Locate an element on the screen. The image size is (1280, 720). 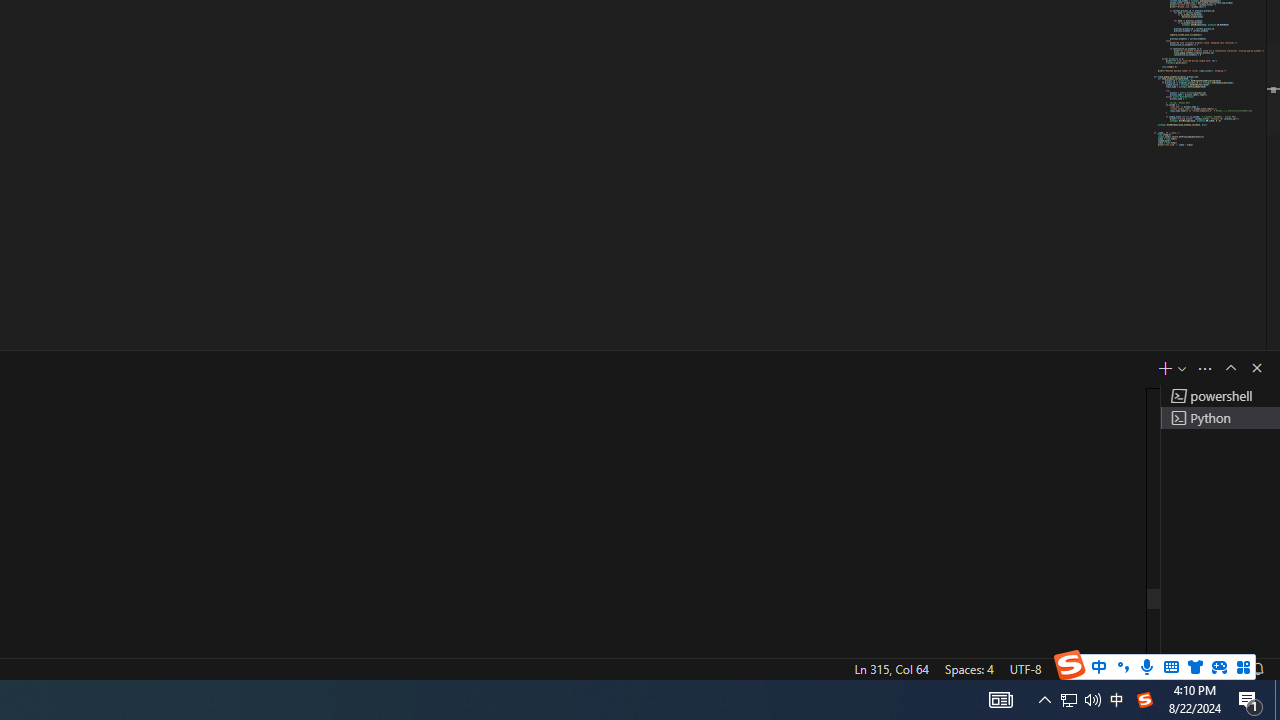
'Spaces: 4' is located at coordinates (968, 668).